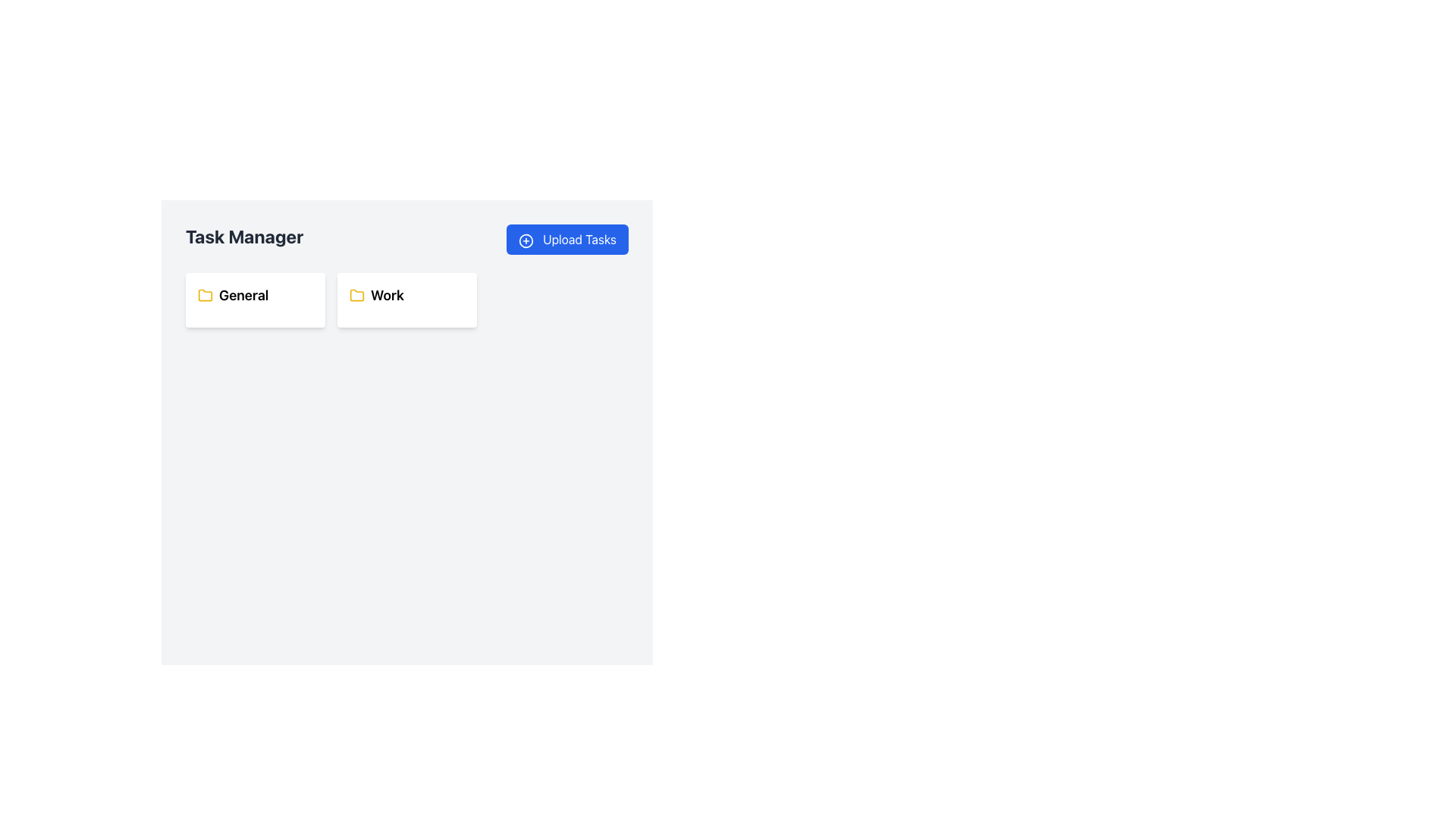 The image size is (1456, 819). Describe the element at coordinates (255, 300) in the screenshot. I see `the 'General' card located in the first row of the grid layout` at that location.